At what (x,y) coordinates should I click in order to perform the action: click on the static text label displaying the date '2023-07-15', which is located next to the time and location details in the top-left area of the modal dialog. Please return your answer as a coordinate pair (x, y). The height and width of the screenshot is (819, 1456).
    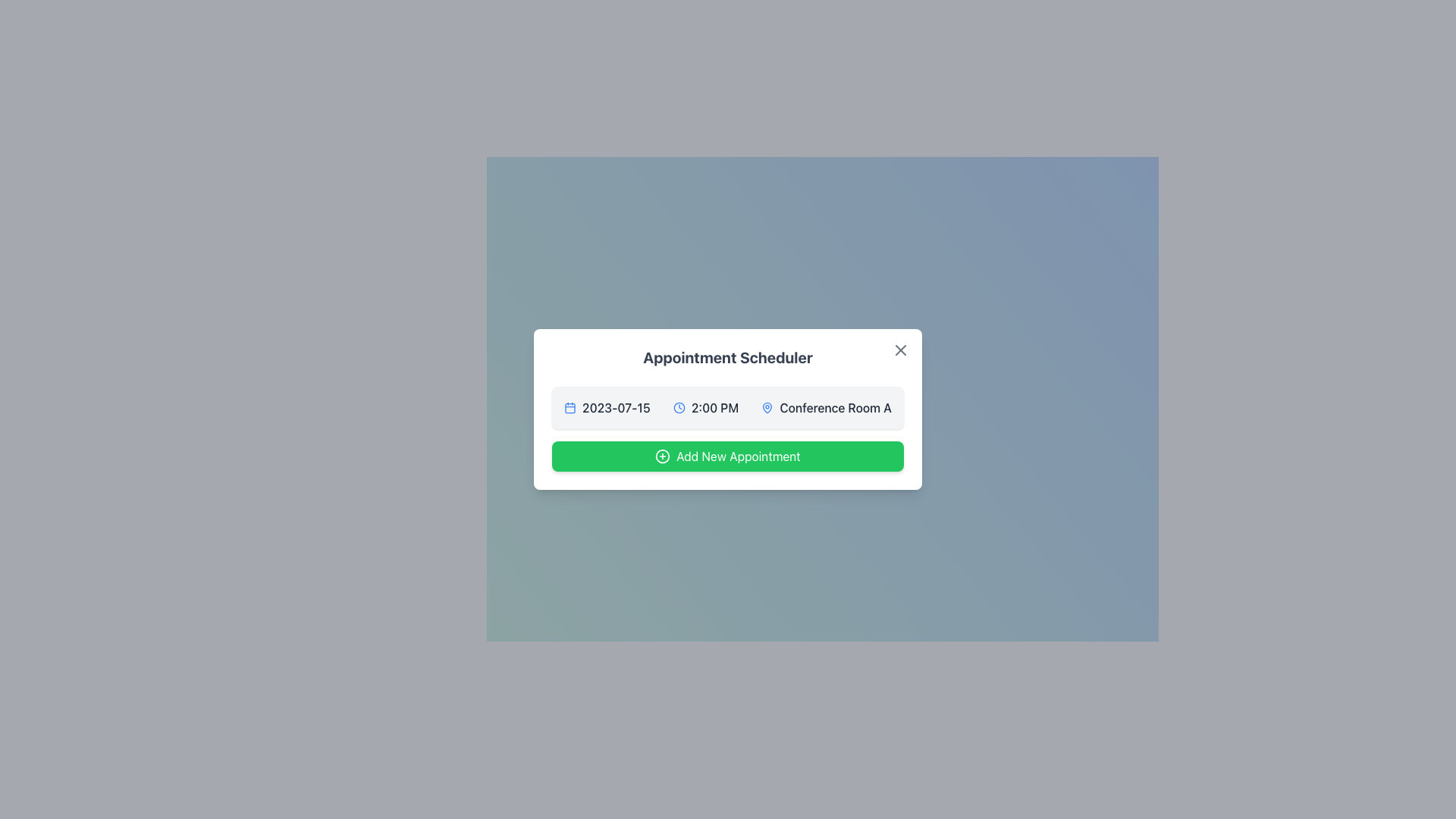
    Looking at the image, I should click on (616, 406).